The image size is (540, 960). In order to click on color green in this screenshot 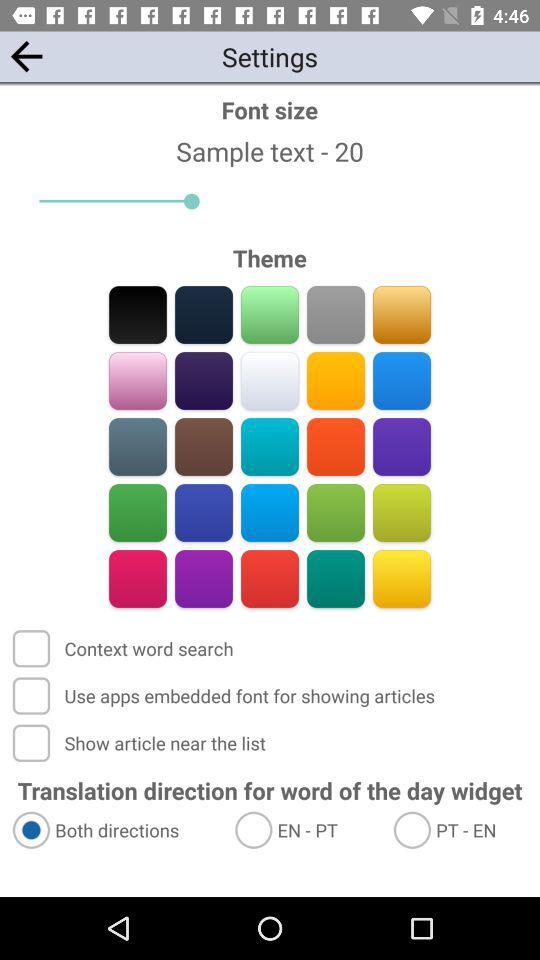, I will do `click(137, 512)`.